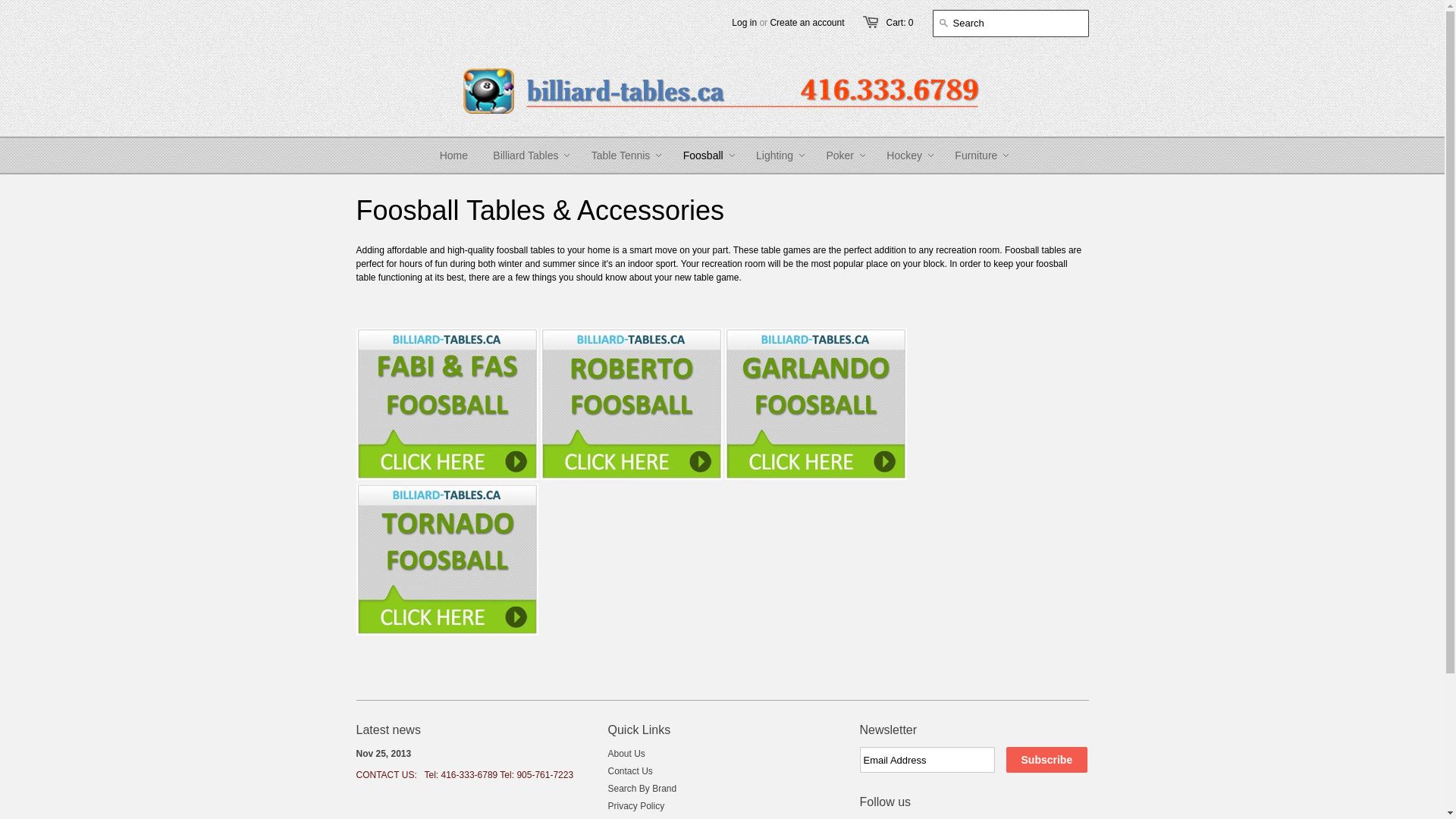 The width and height of the screenshot is (1456, 819). I want to click on 'Create an account', so click(769, 23).